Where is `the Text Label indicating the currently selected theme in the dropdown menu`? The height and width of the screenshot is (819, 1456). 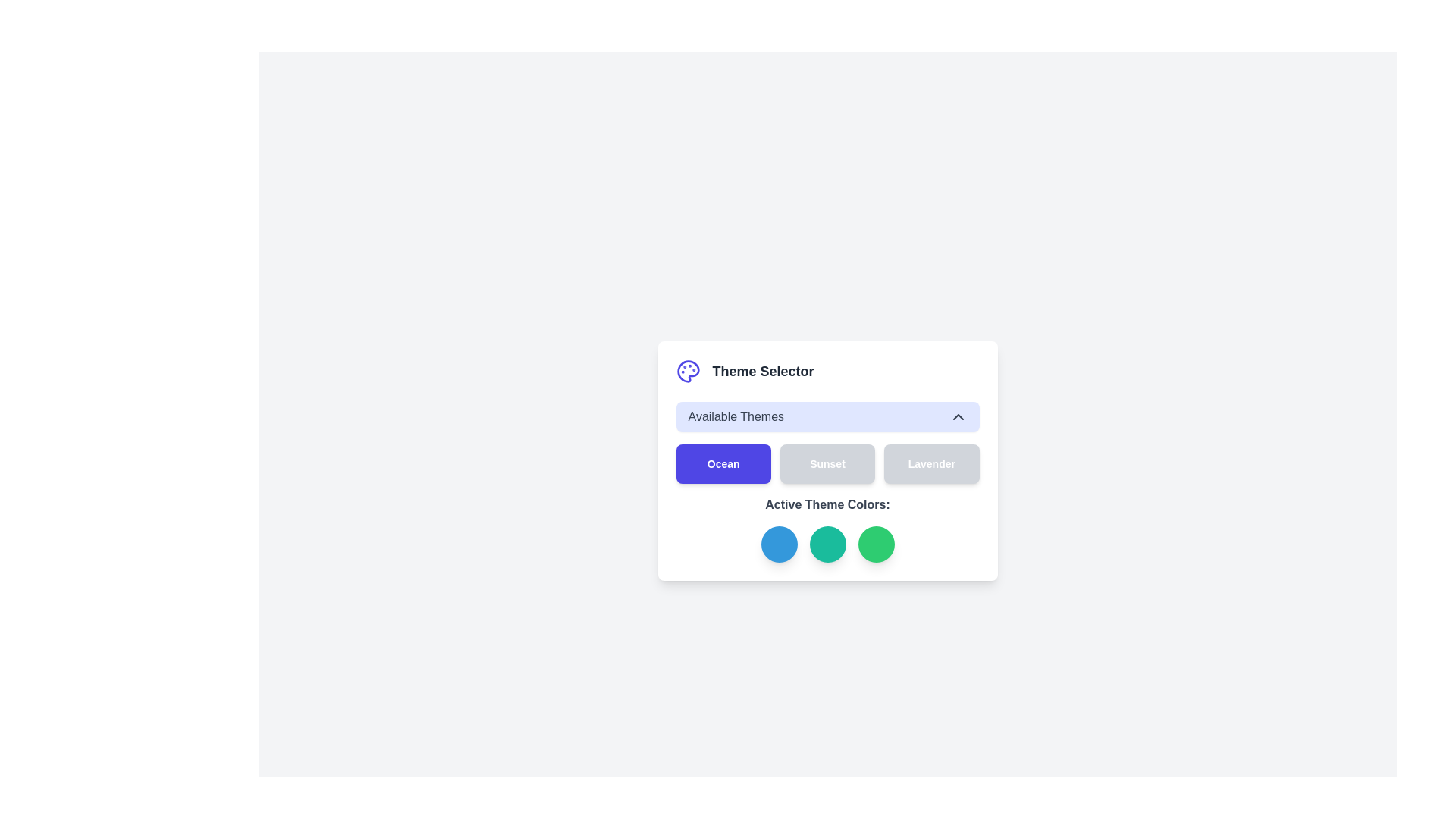 the Text Label indicating the currently selected theme in the dropdown menu is located at coordinates (736, 417).